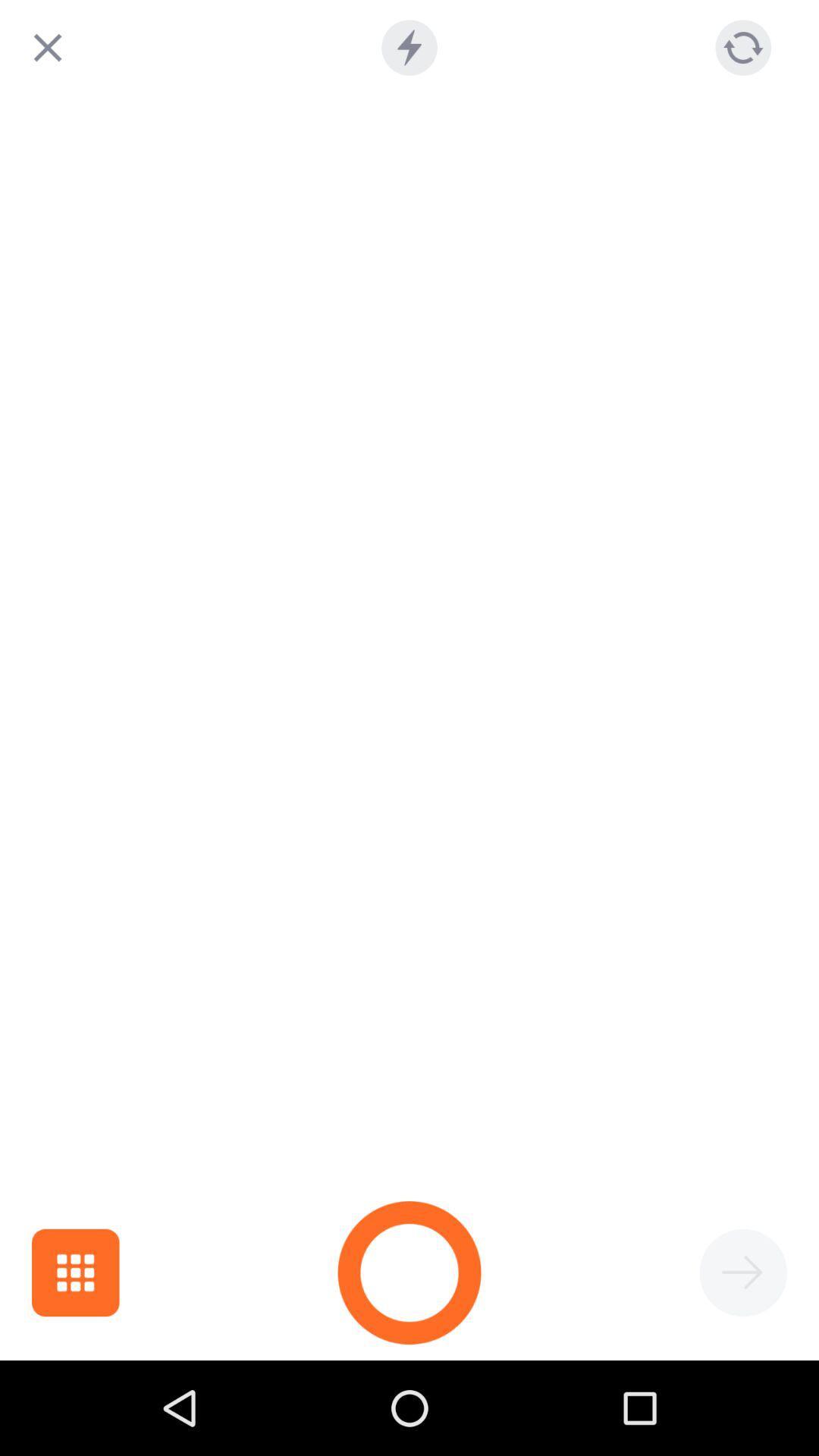 The width and height of the screenshot is (819, 1456). Describe the element at coordinates (75, 1272) in the screenshot. I see `menu options` at that location.